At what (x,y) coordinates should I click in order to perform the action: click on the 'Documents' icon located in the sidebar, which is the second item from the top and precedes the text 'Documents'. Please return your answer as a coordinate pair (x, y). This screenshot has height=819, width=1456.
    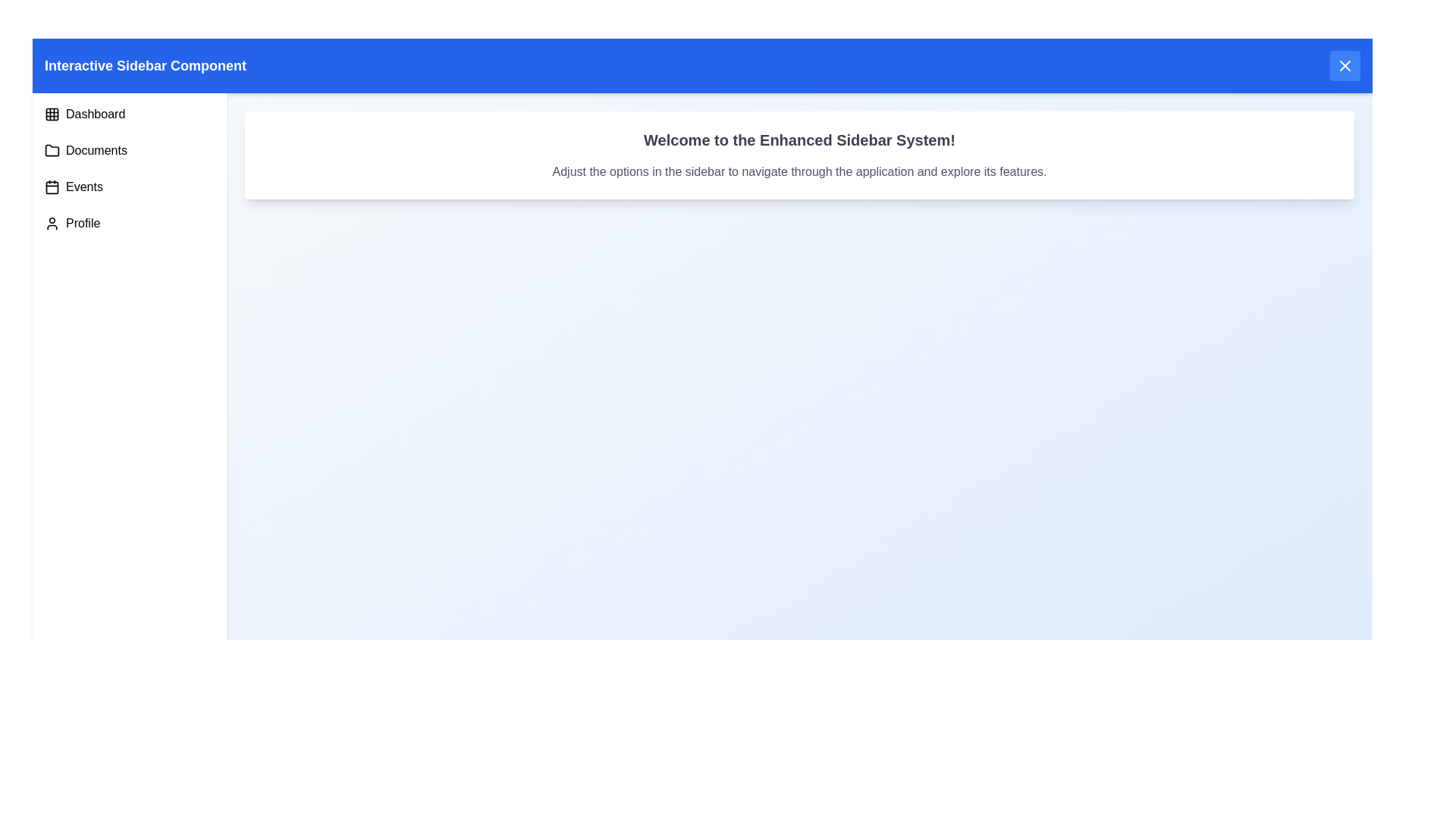
    Looking at the image, I should click on (52, 151).